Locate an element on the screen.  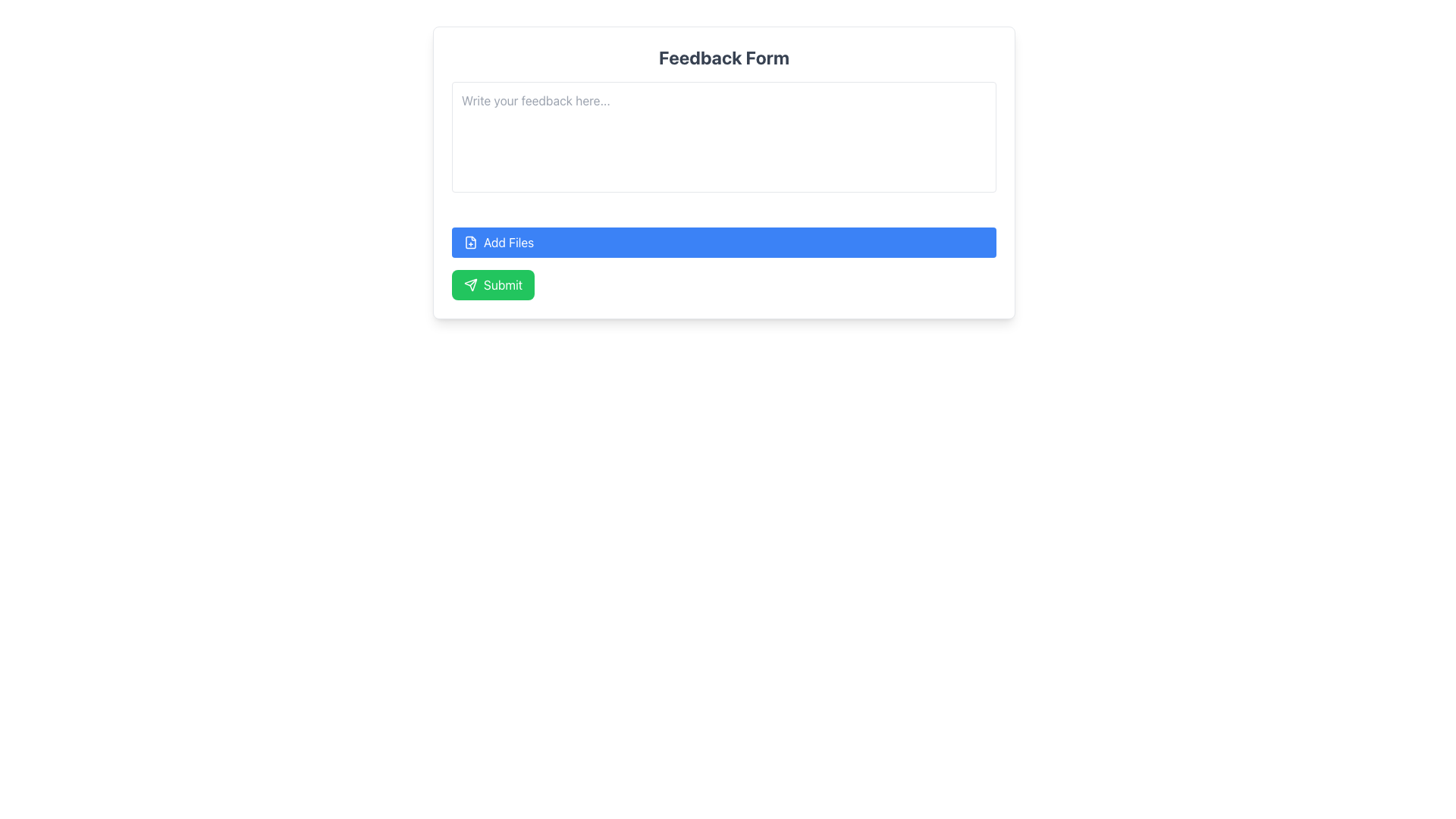
the rectangular document-shaped icon with a folded corner, which is part of a group of four icons, located to the left of the group is located at coordinates (469, 242).